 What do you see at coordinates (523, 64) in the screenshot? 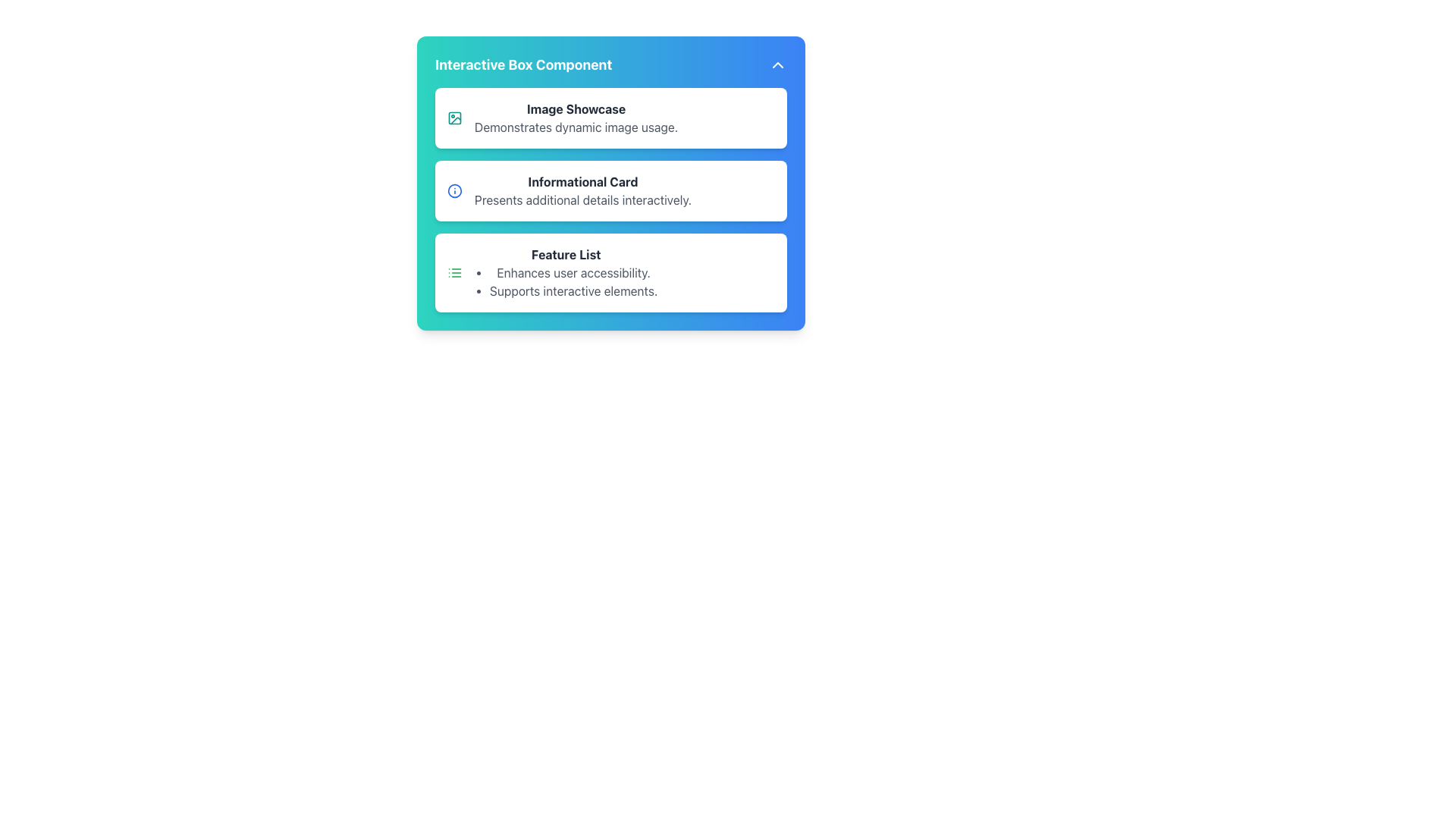
I see `the title text display at the top-left corner of the card interface, which identifies the content below` at bounding box center [523, 64].